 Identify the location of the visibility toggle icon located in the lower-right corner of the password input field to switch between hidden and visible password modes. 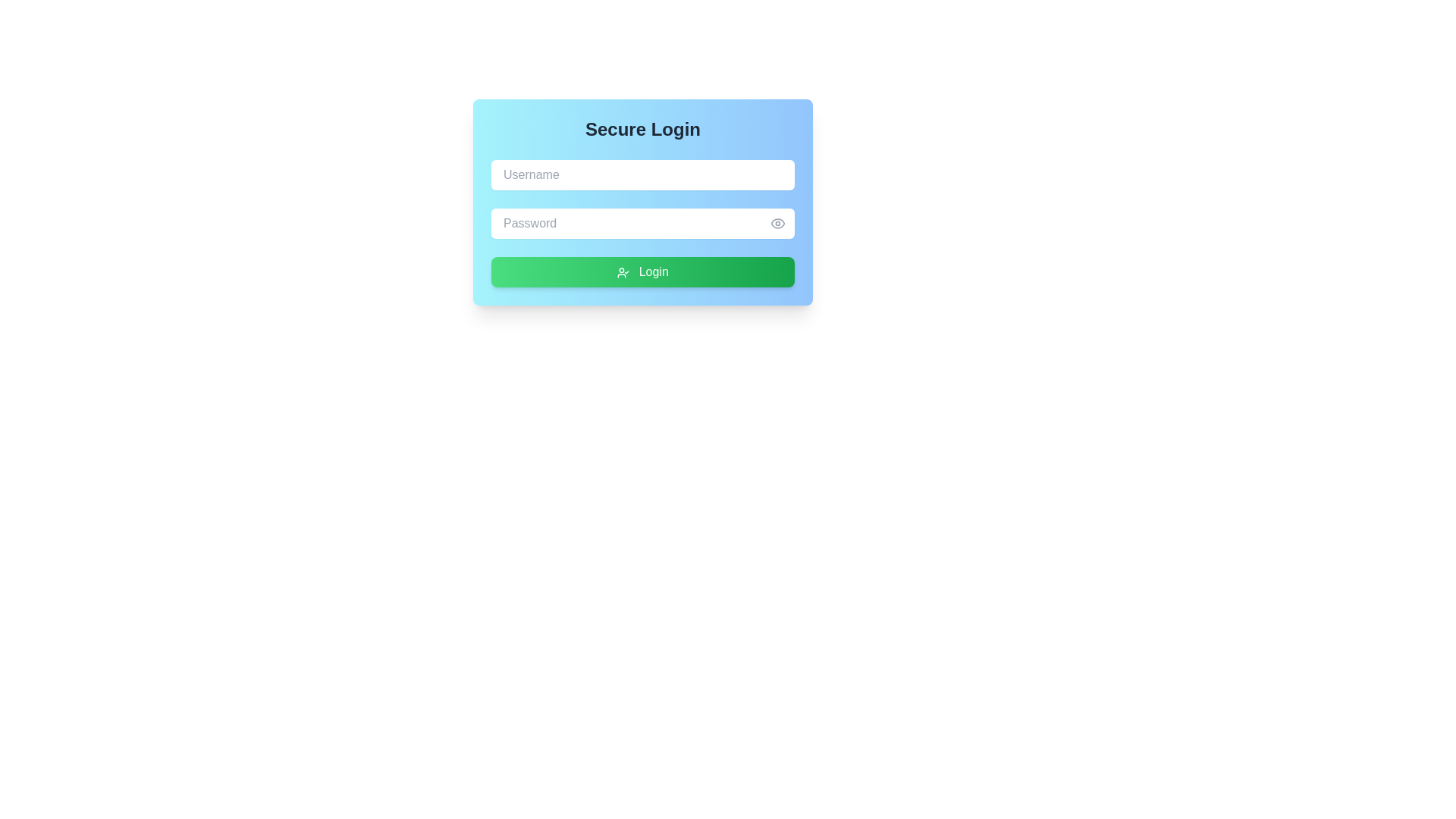
(778, 223).